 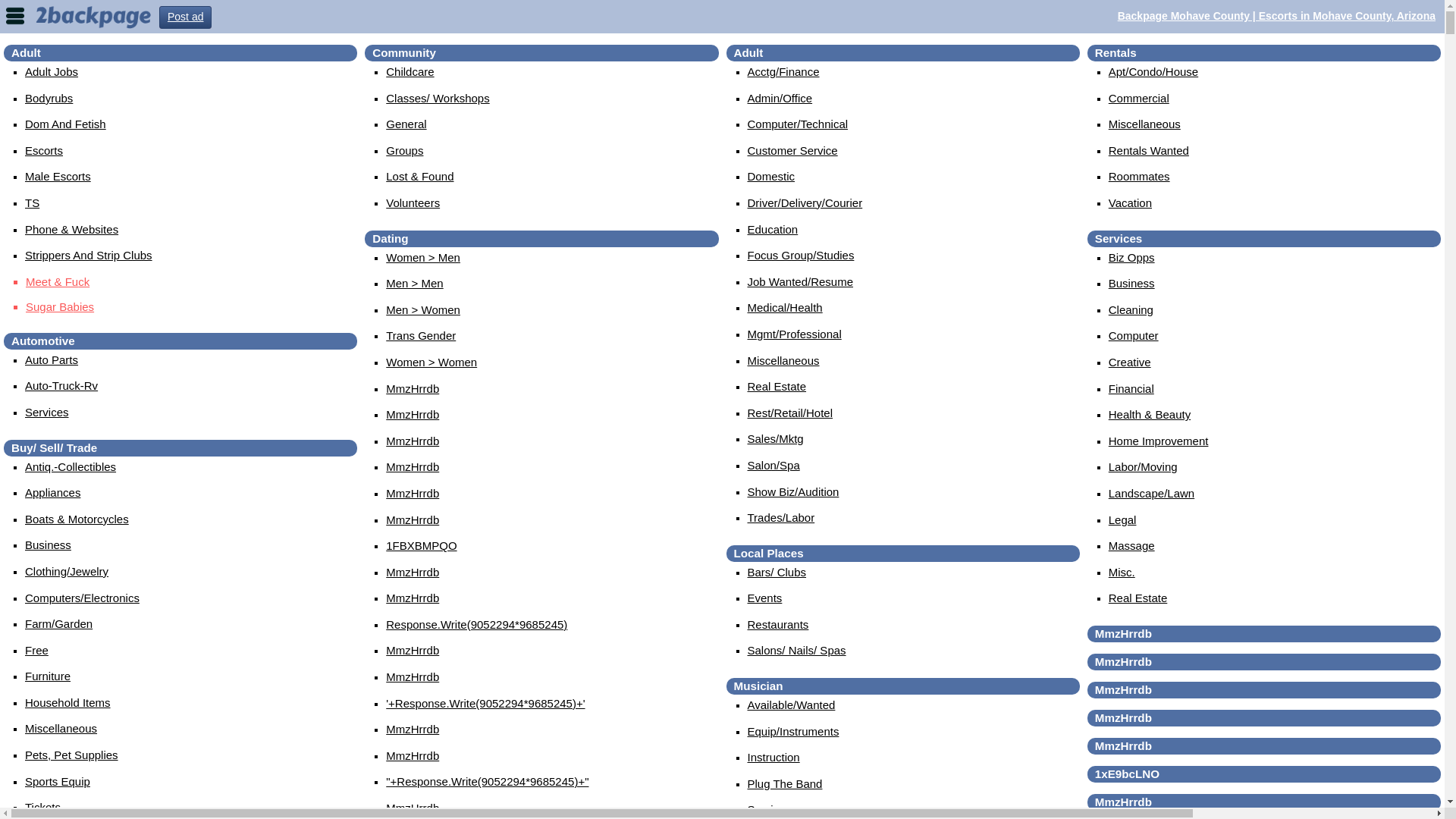 I want to click on 'Misc.', so click(x=1122, y=572).